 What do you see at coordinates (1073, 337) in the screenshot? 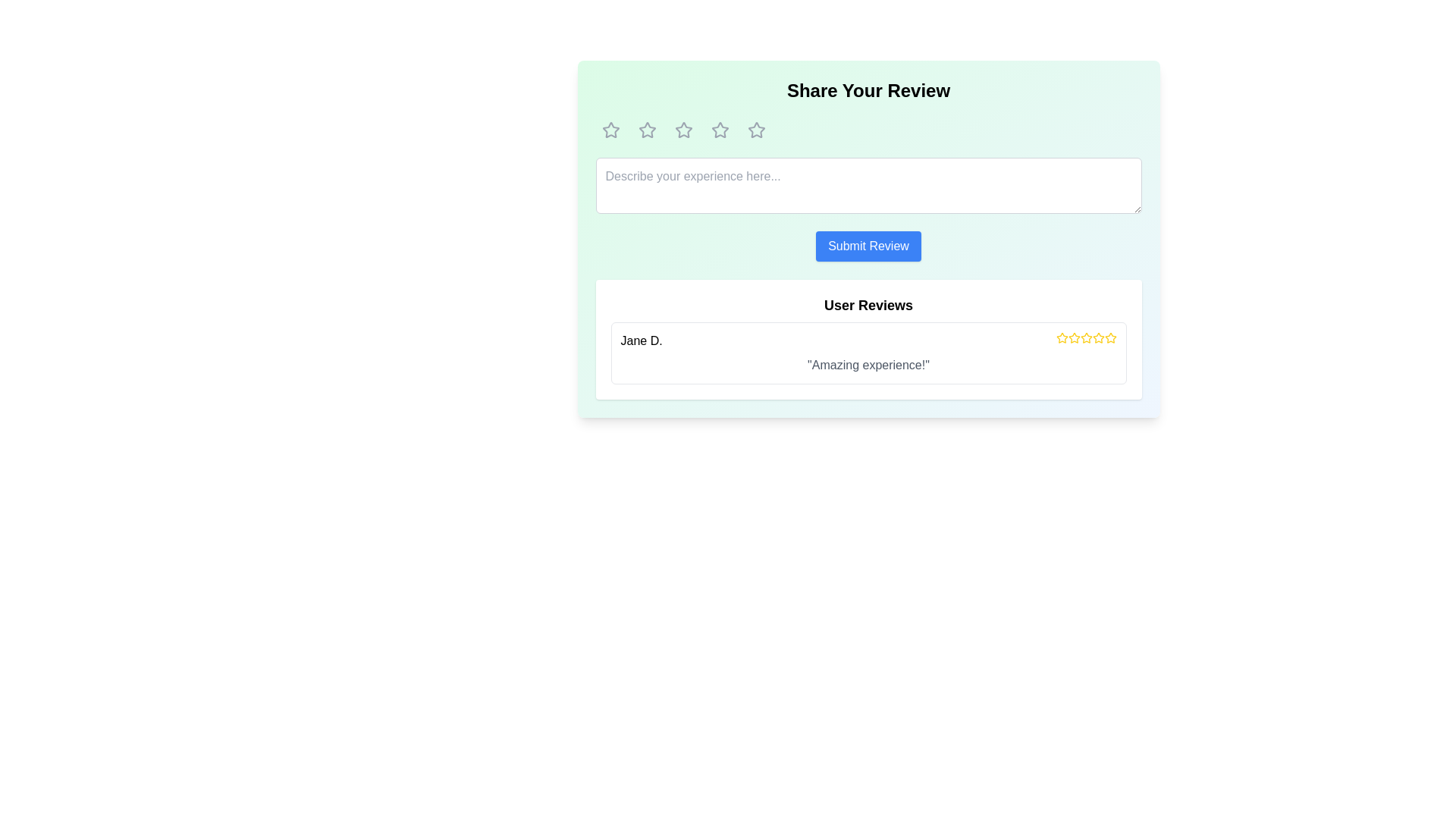
I see `the third star in the 5-star rating system located in the 'User Reviews' section to interact with the rating system` at bounding box center [1073, 337].